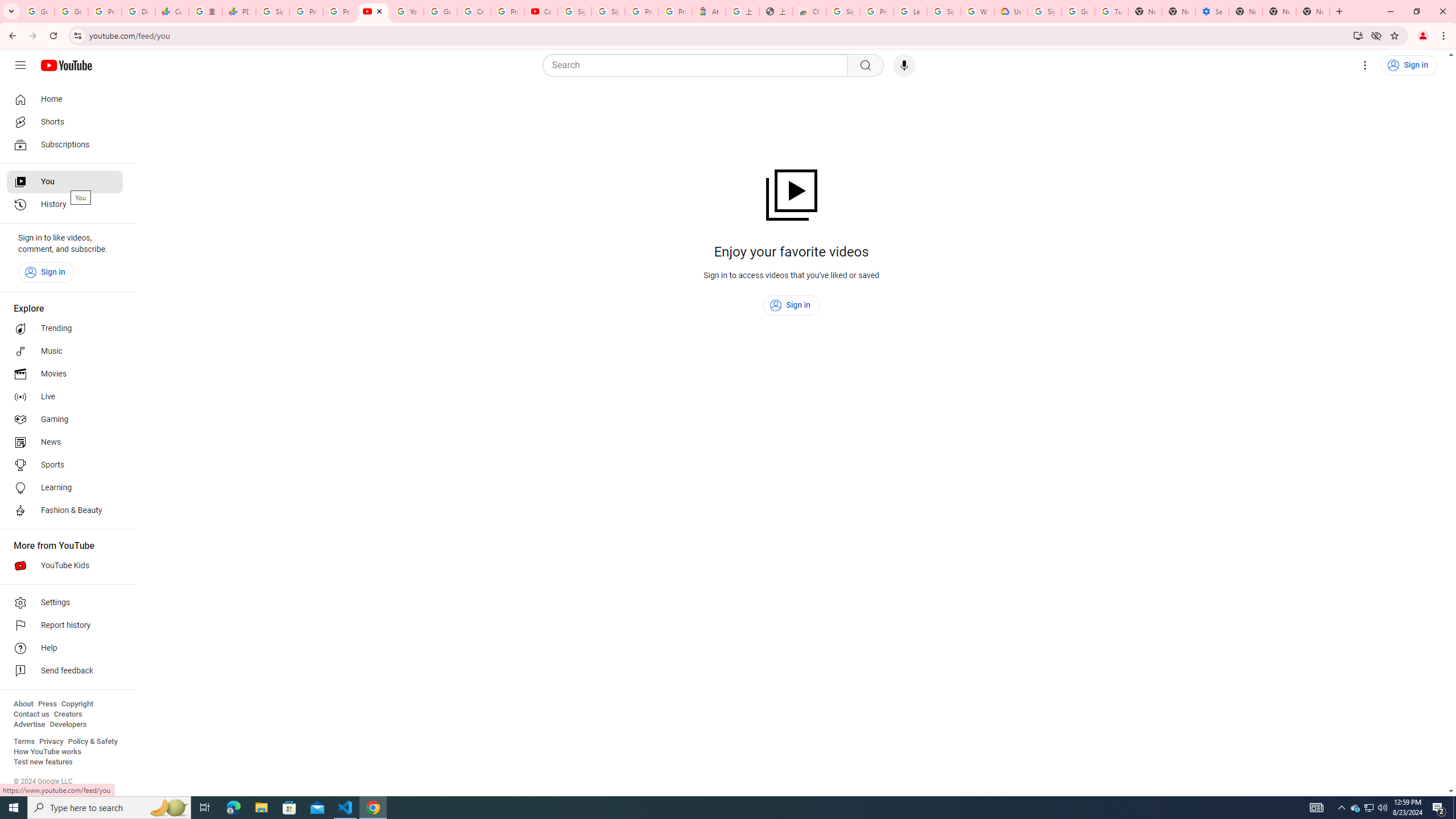 This screenshot has height=819, width=1456. I want to click on 'Test new features', so click(42, 761).